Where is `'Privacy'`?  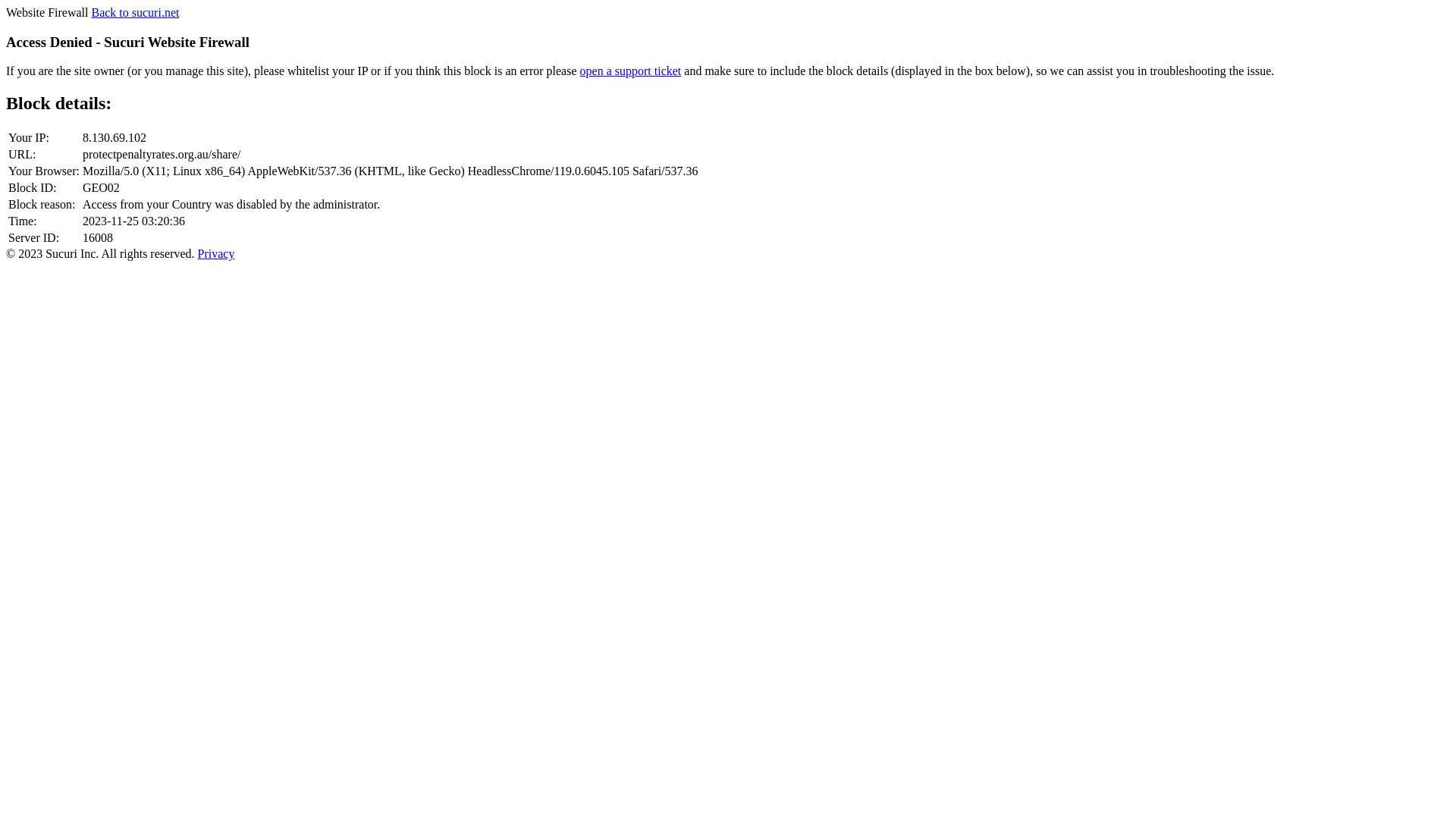
'Privacy' is located at coordinates (215, 253).